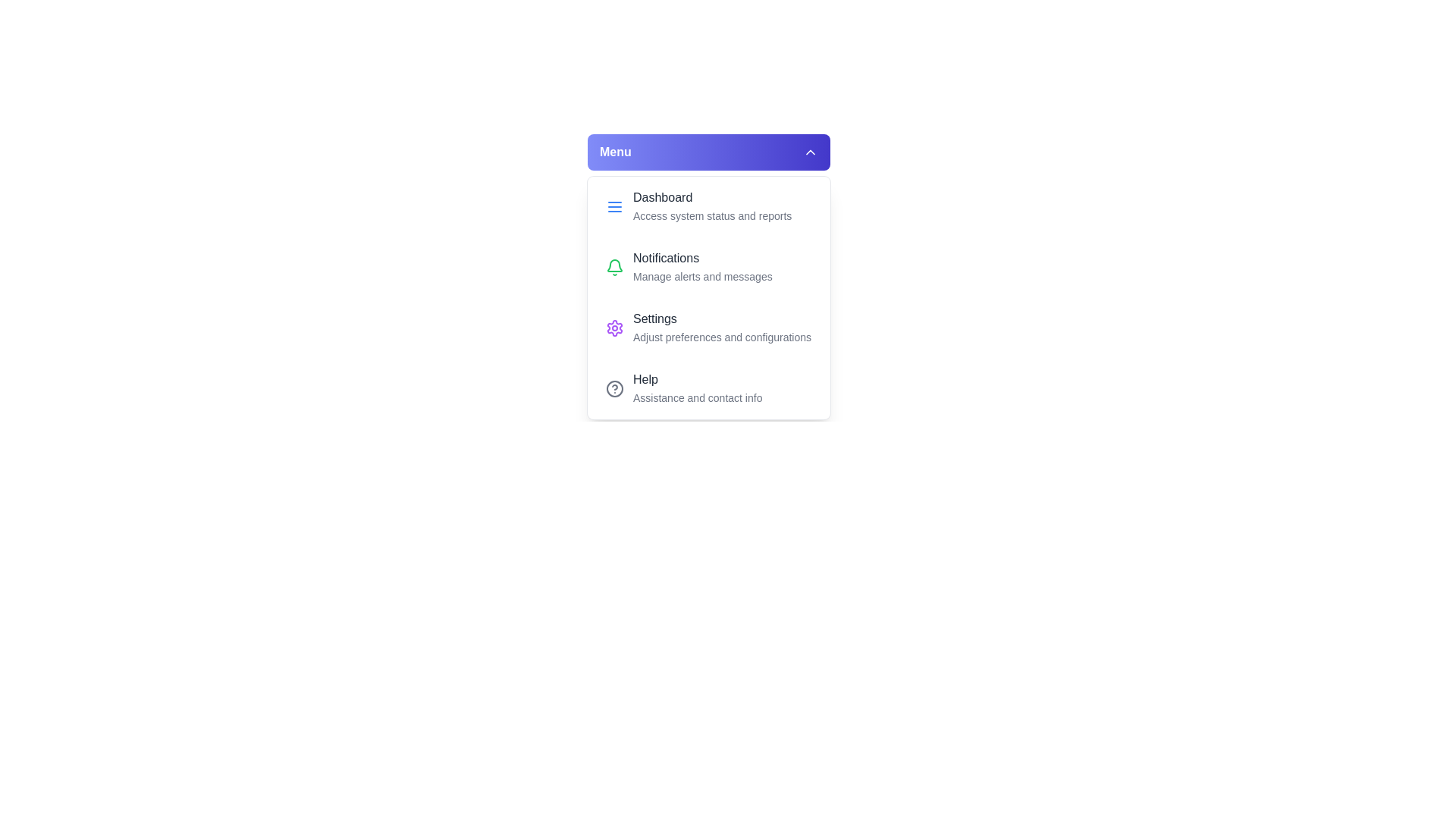  I want to click on the 'Settings' button with a purple settings icon, located in the dropdown menu below 'Notifications' and above 'Help', so click(708, 327).